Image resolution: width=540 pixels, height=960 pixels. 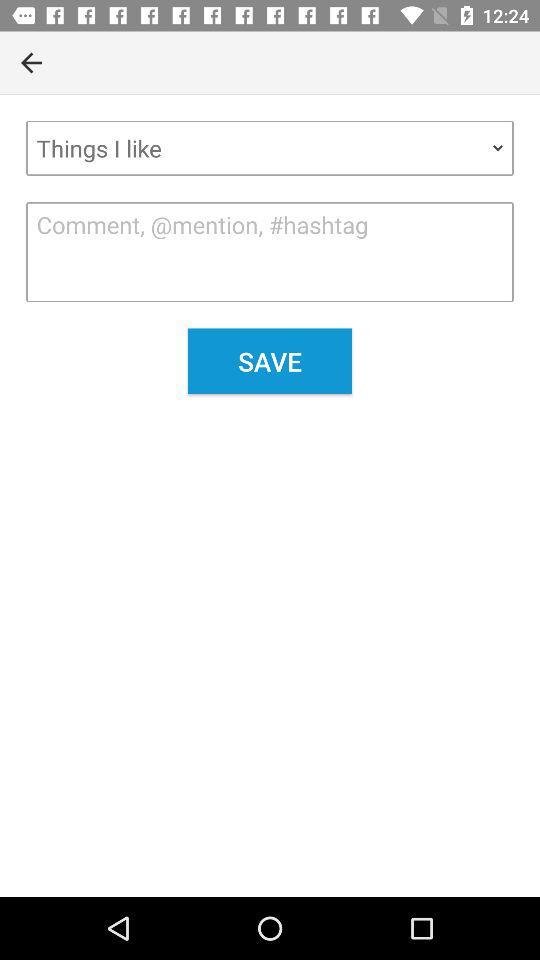 I want to click on save at the center, so click(x=270, y=360).